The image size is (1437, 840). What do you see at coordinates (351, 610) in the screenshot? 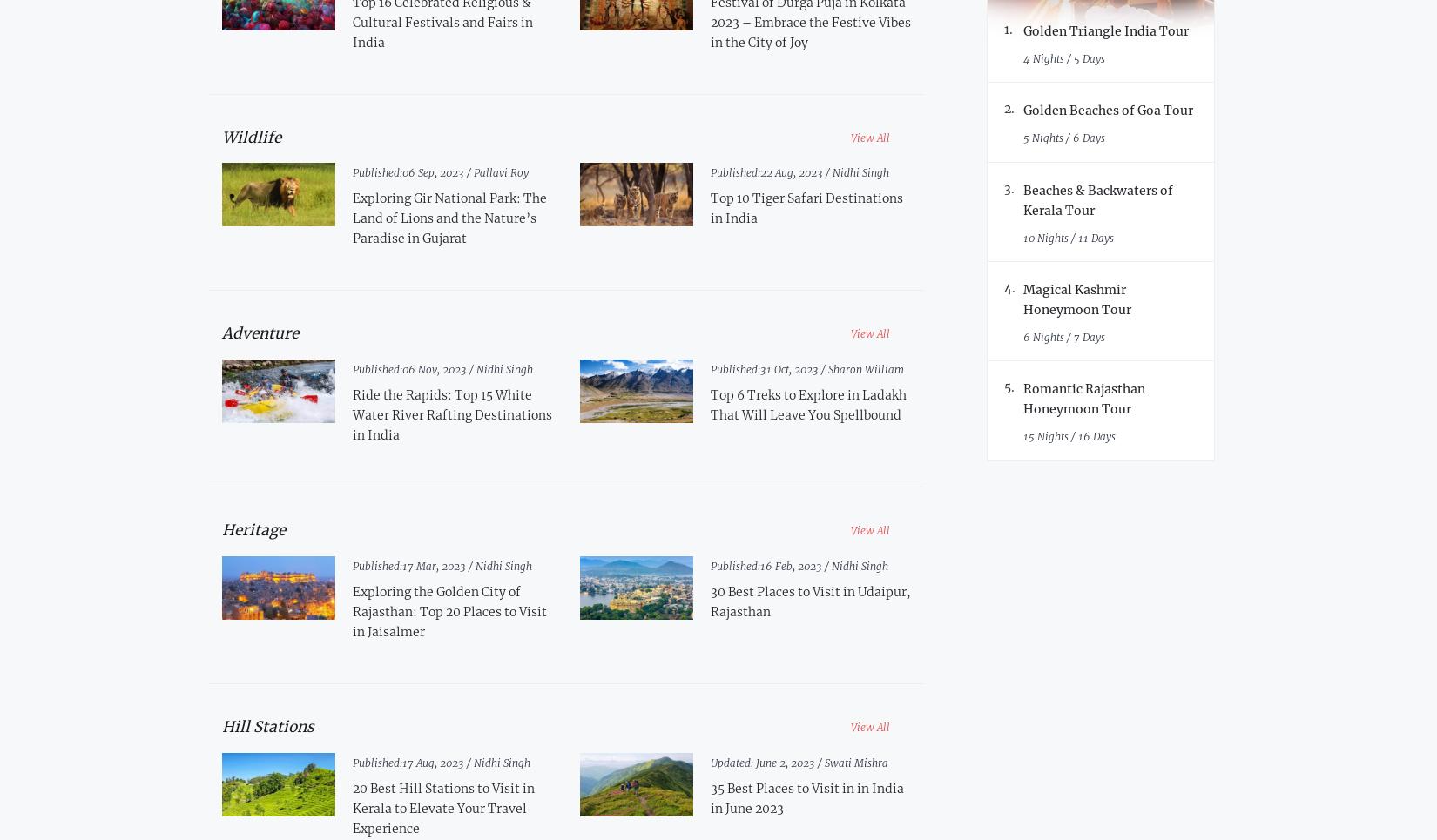
I see `'Exploring the Golden City of Rajasthan: Top 20 Places to Visit in Jaisalmer'` at bounding box center [351, 610].